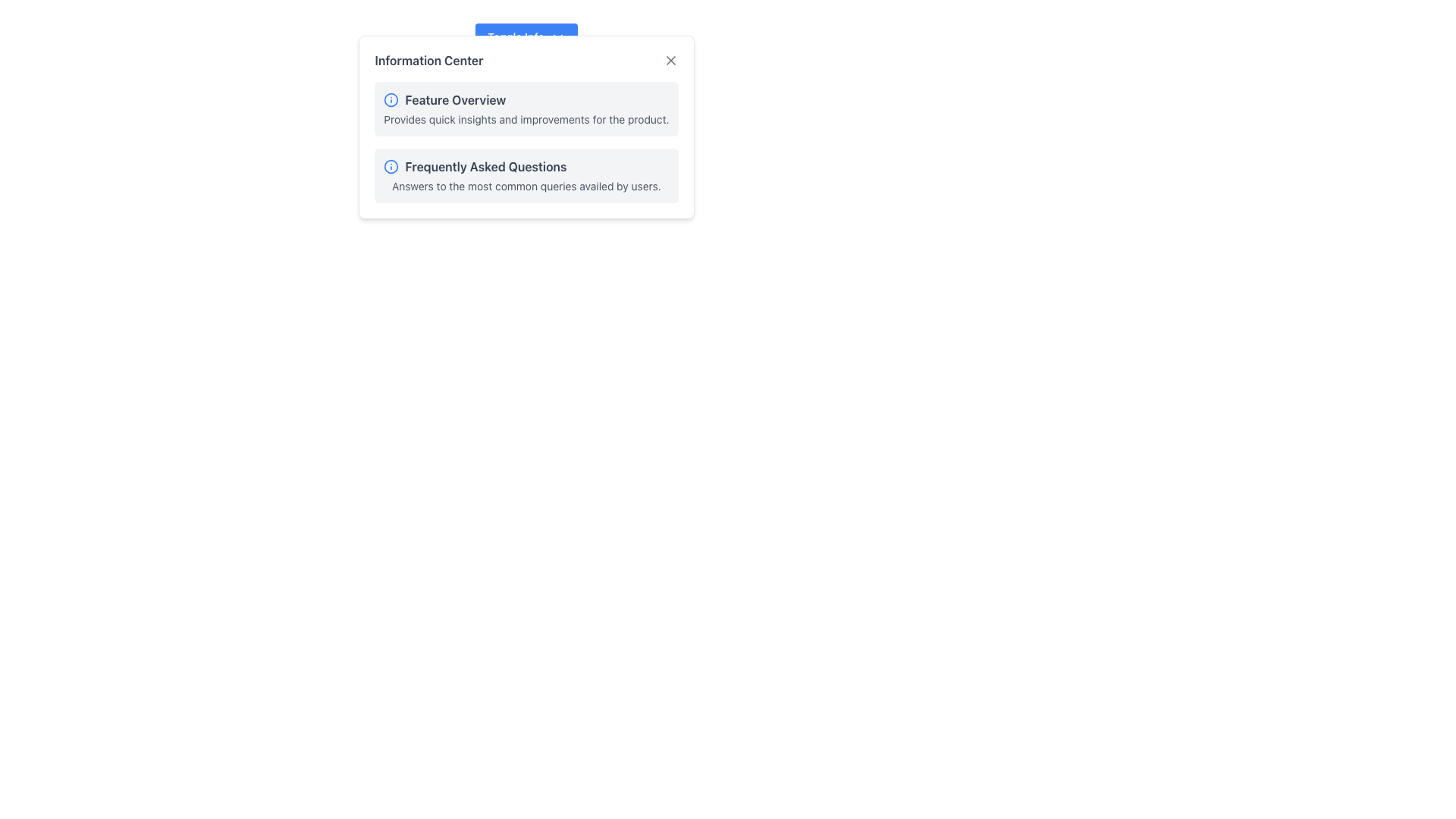 This screenshot has height=819, width=1456. Describe the element at coordinates (526, 174) in the screenshot. I see `the Informational Card located below the 'Feature Overview' card in the 'Information Center' section, which provides information about commonly asked questions` at that location.